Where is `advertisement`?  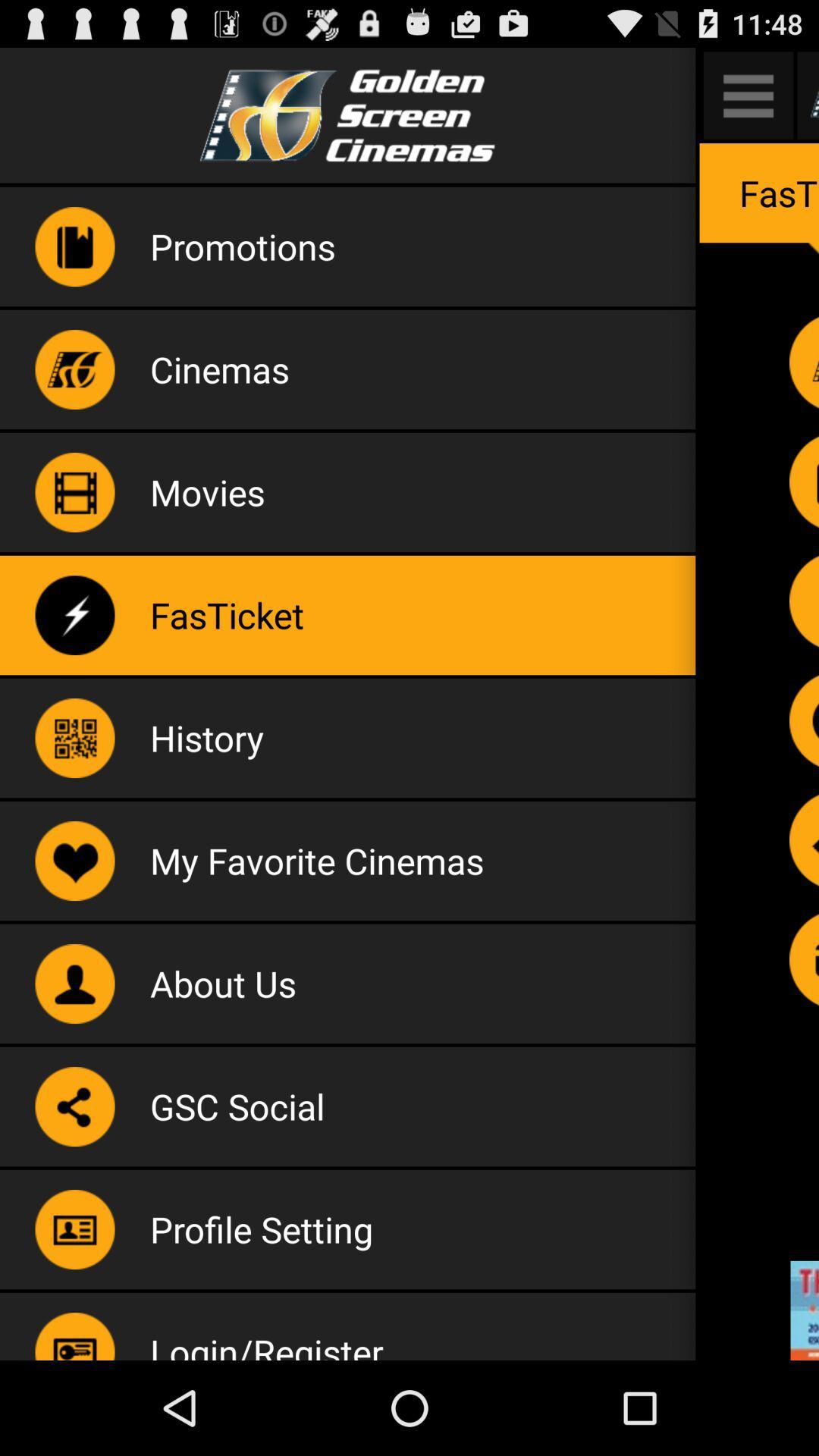
advertisement is located at coordinates (804, 1310).